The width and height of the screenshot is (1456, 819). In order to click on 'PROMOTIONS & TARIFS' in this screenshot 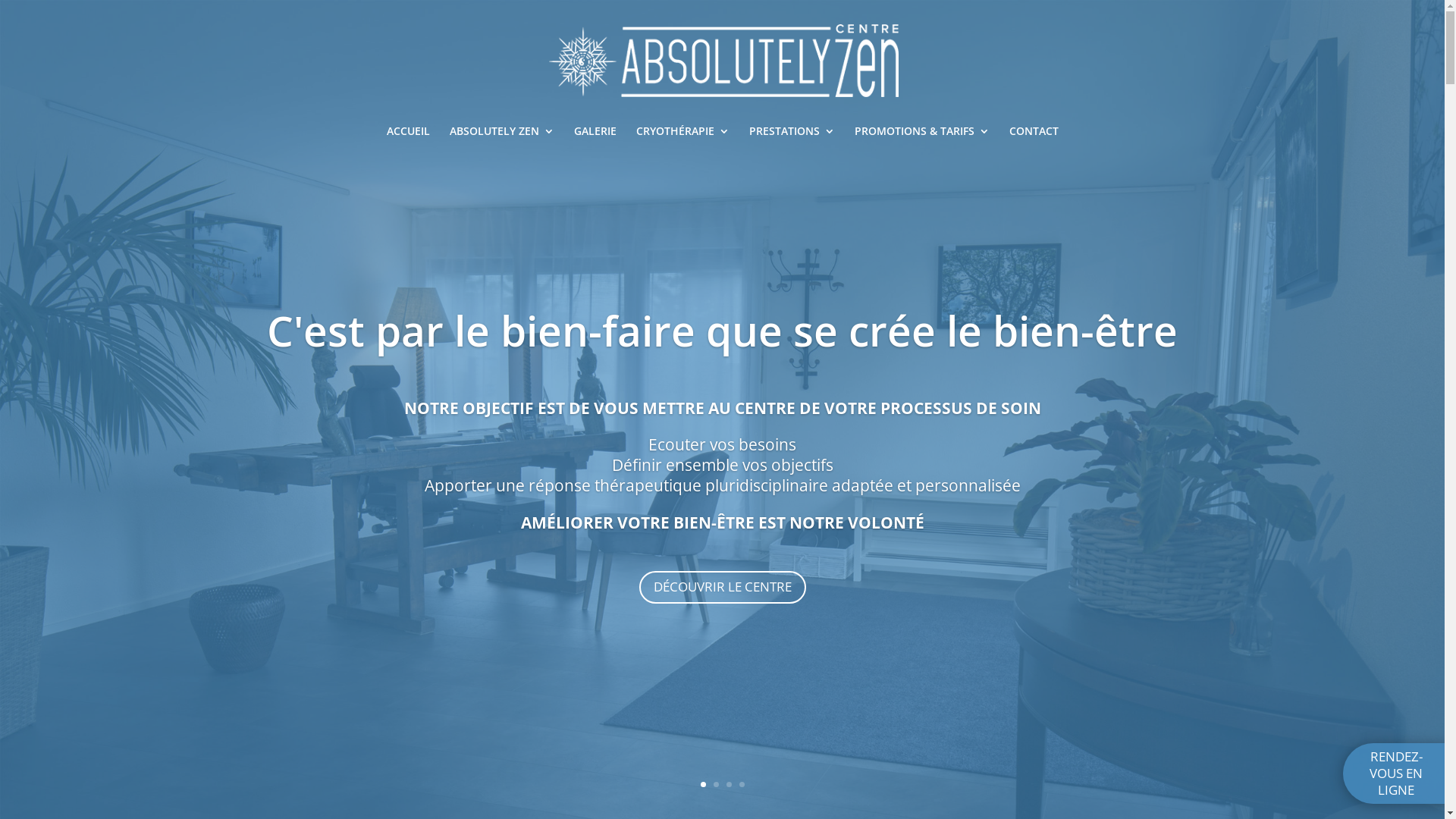, I will do `click(920, 136)`.